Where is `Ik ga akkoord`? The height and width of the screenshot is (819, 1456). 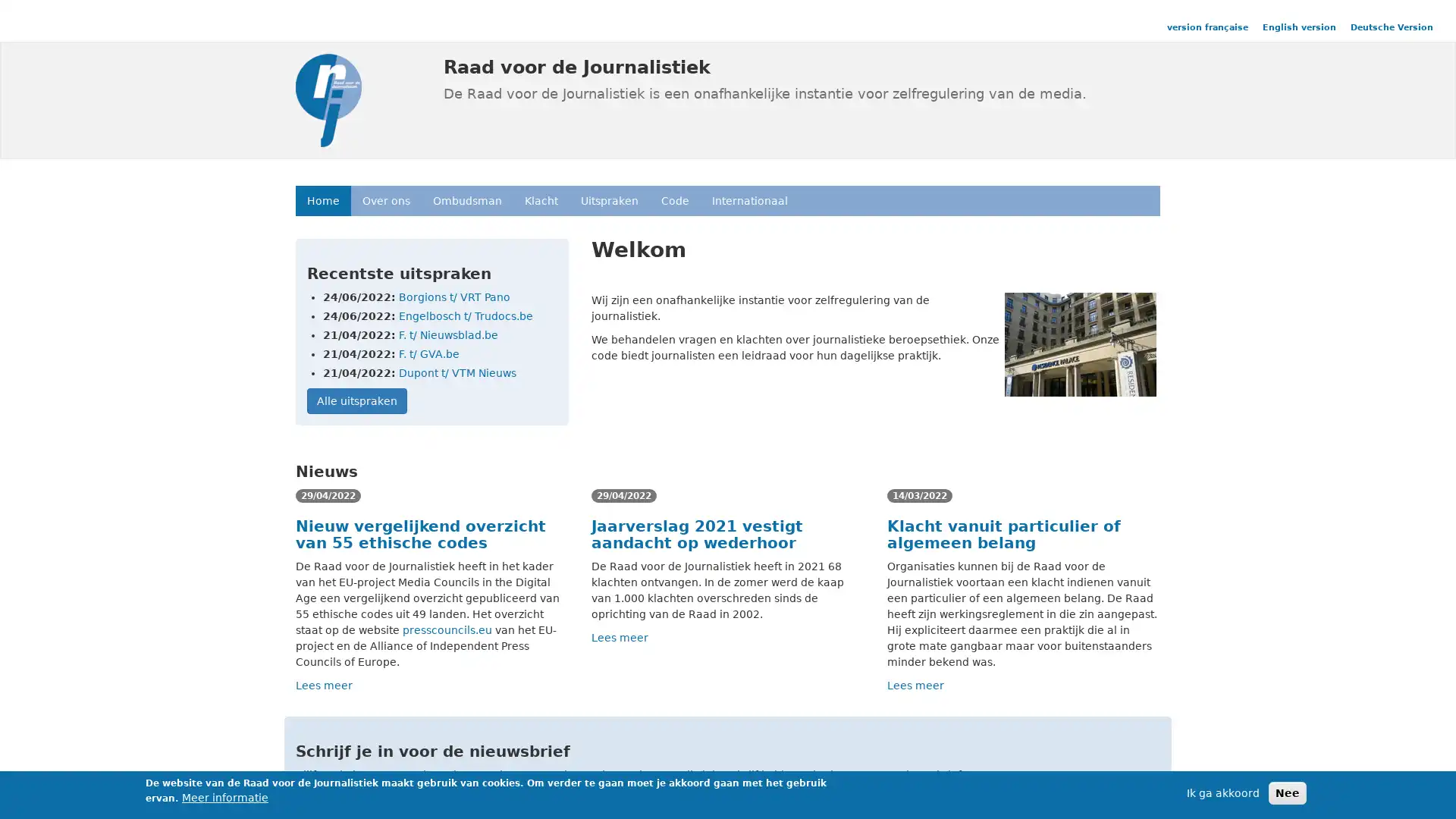 Ik ga akkoord is located at coordinates (1222, 792).